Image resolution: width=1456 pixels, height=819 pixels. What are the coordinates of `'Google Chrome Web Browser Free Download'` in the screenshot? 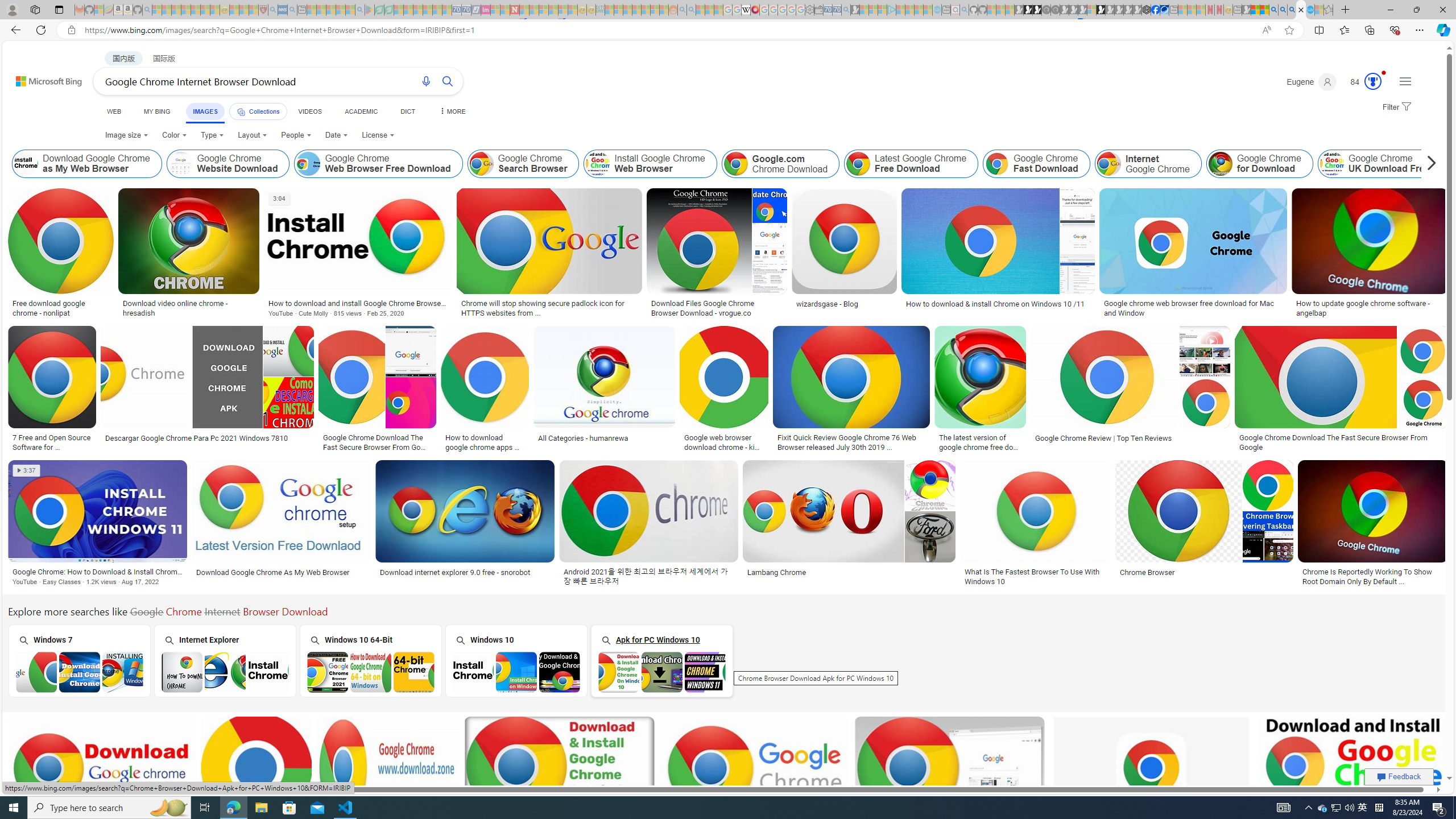 It's located at (308, 163).